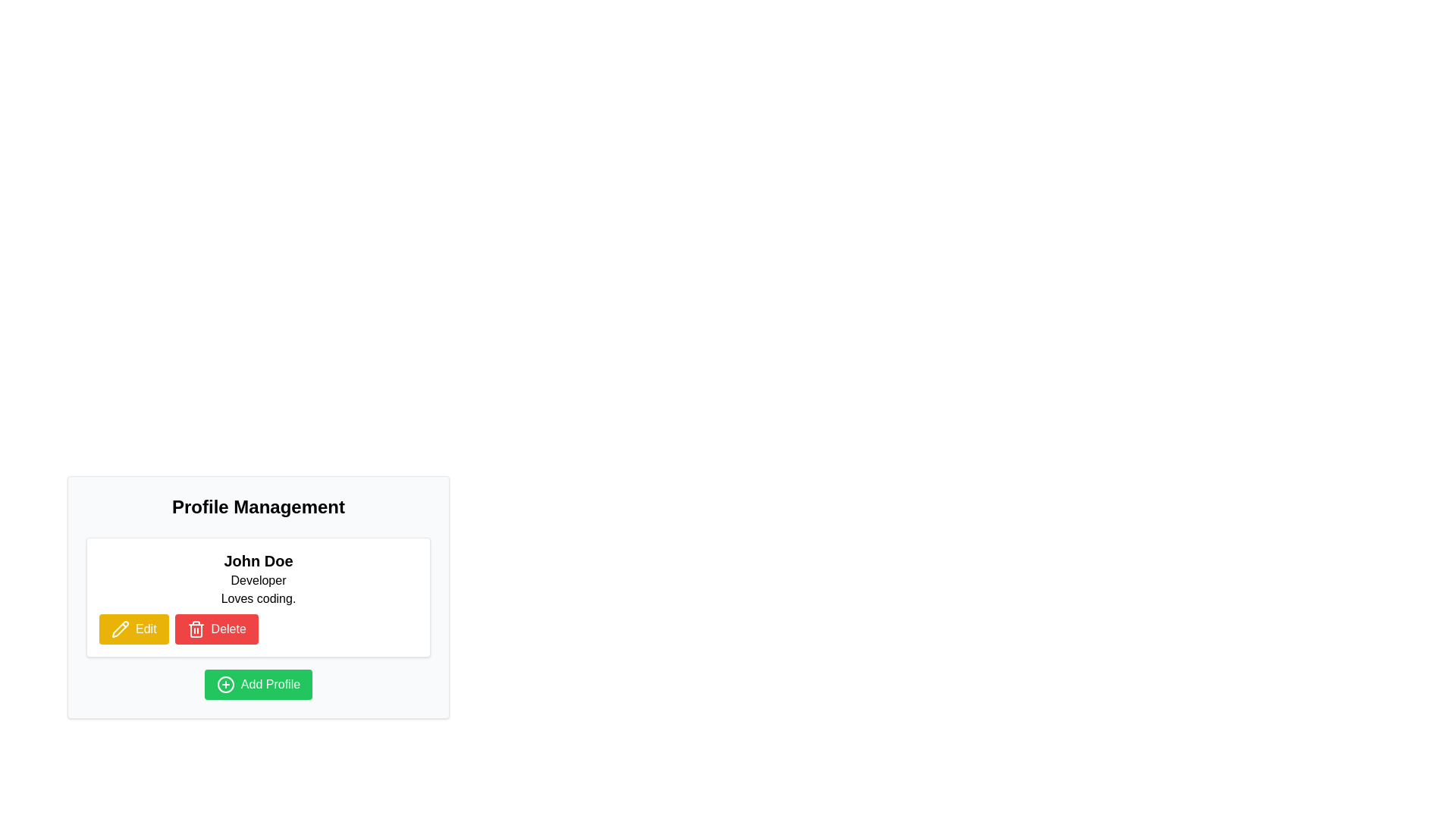  I want to click on the 'Edit' icon, which is part of the visual indicator for the 'Edit' action, located to the left of the 'Delete' button, so click(119, 629).